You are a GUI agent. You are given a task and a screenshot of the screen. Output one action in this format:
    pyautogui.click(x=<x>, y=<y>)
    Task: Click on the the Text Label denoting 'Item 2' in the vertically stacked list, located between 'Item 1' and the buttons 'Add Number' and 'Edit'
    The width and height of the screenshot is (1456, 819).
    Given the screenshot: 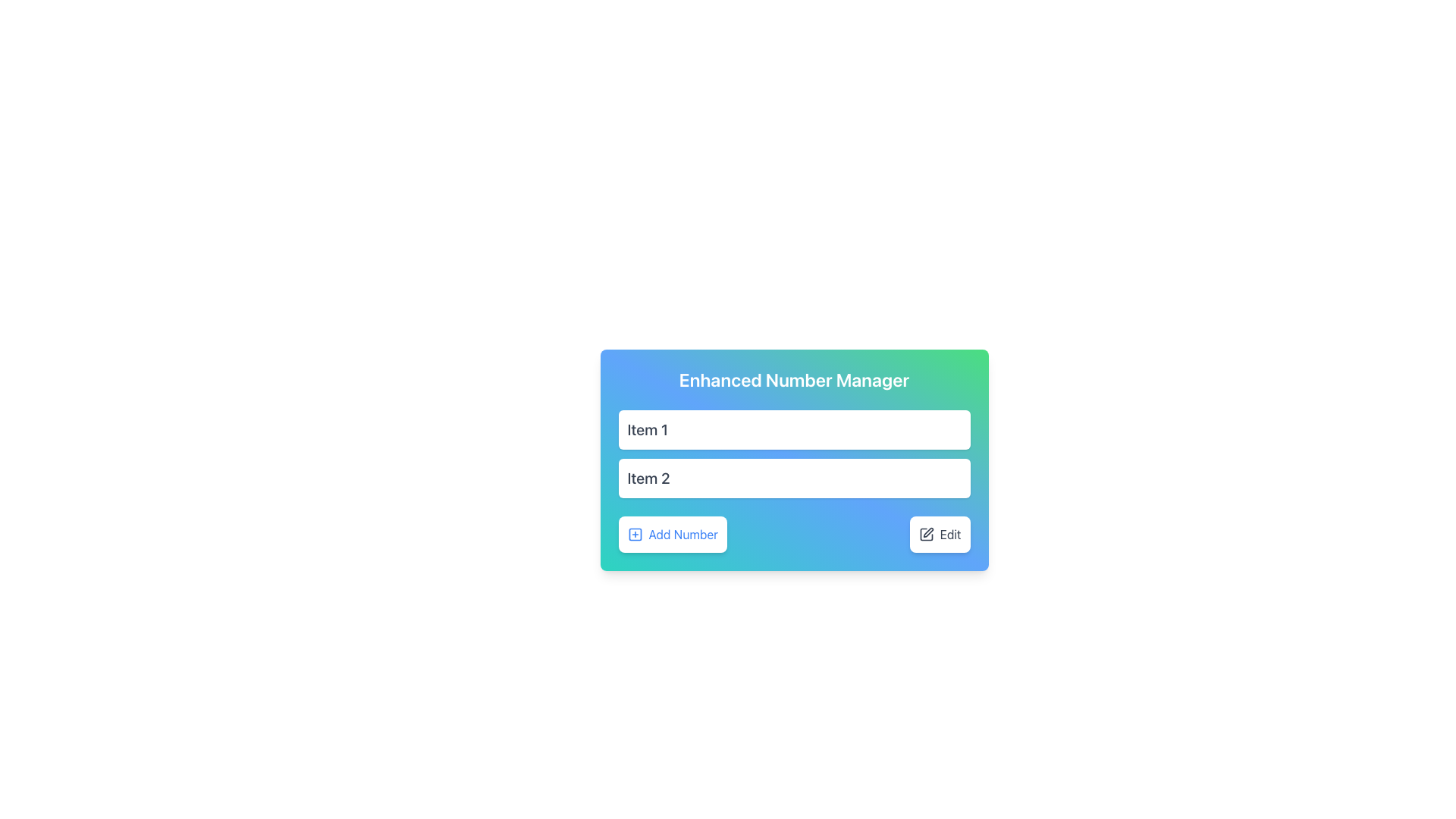 What is the action you would take?
    pyautogui.click(x=648, y=479)
    